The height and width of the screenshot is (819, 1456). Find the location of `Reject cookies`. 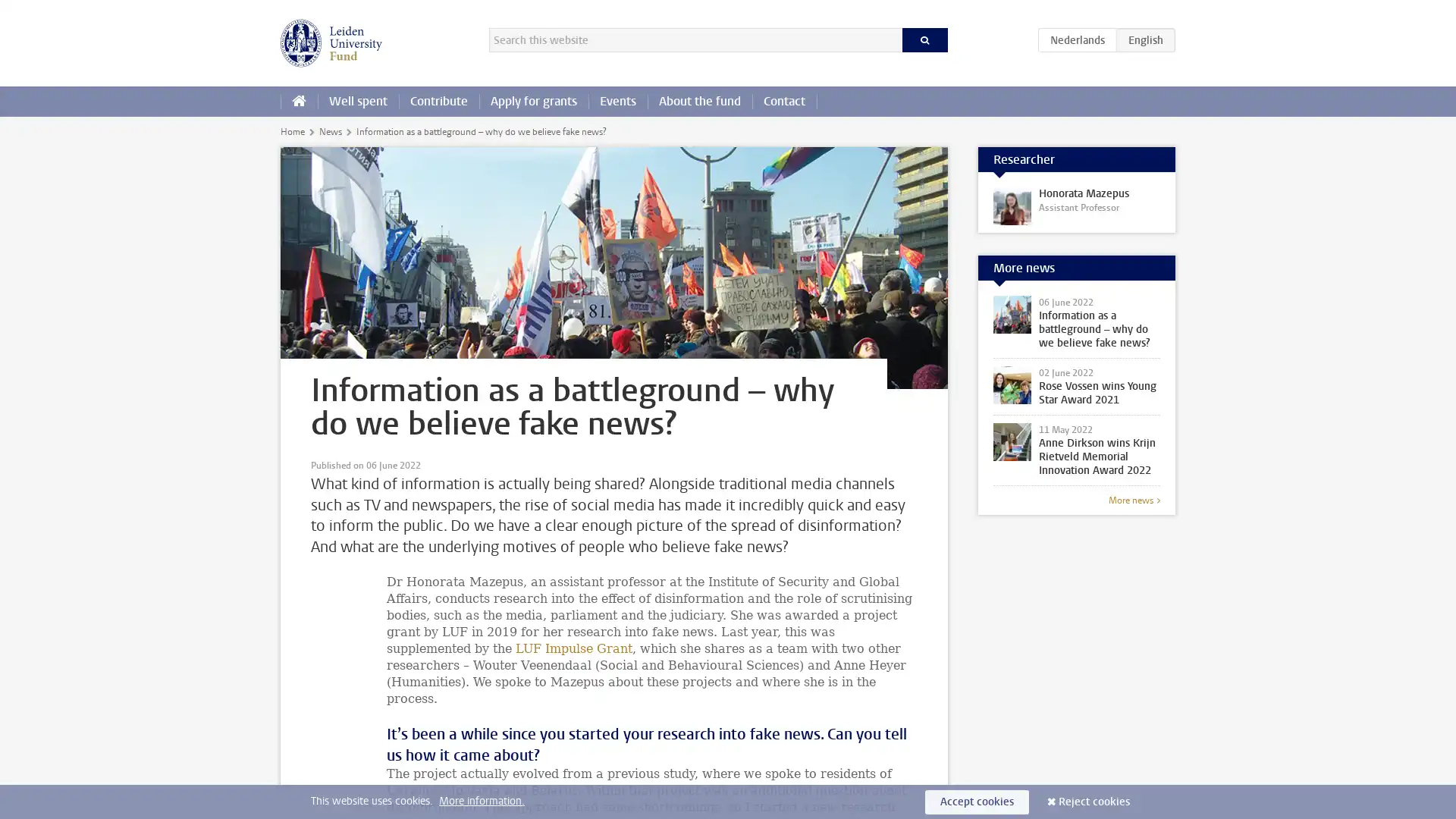

Reject cookies is located at coordinates (1094, 801).